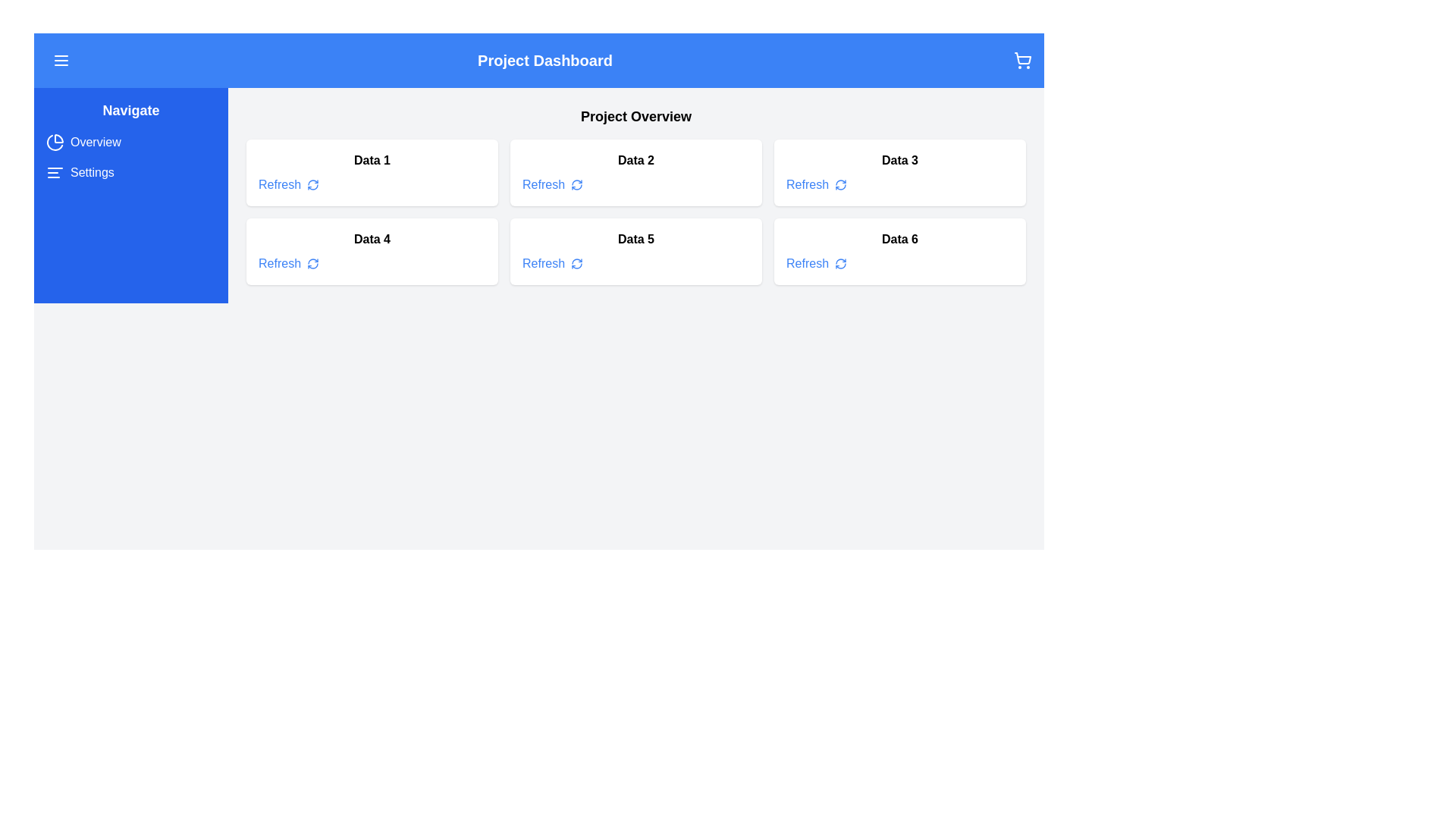 The height and width of the screenshot is (819, 1456). I want to click on the shopping cart icon located in the top-right corner of the blue toolbar, so click(1022, 60).